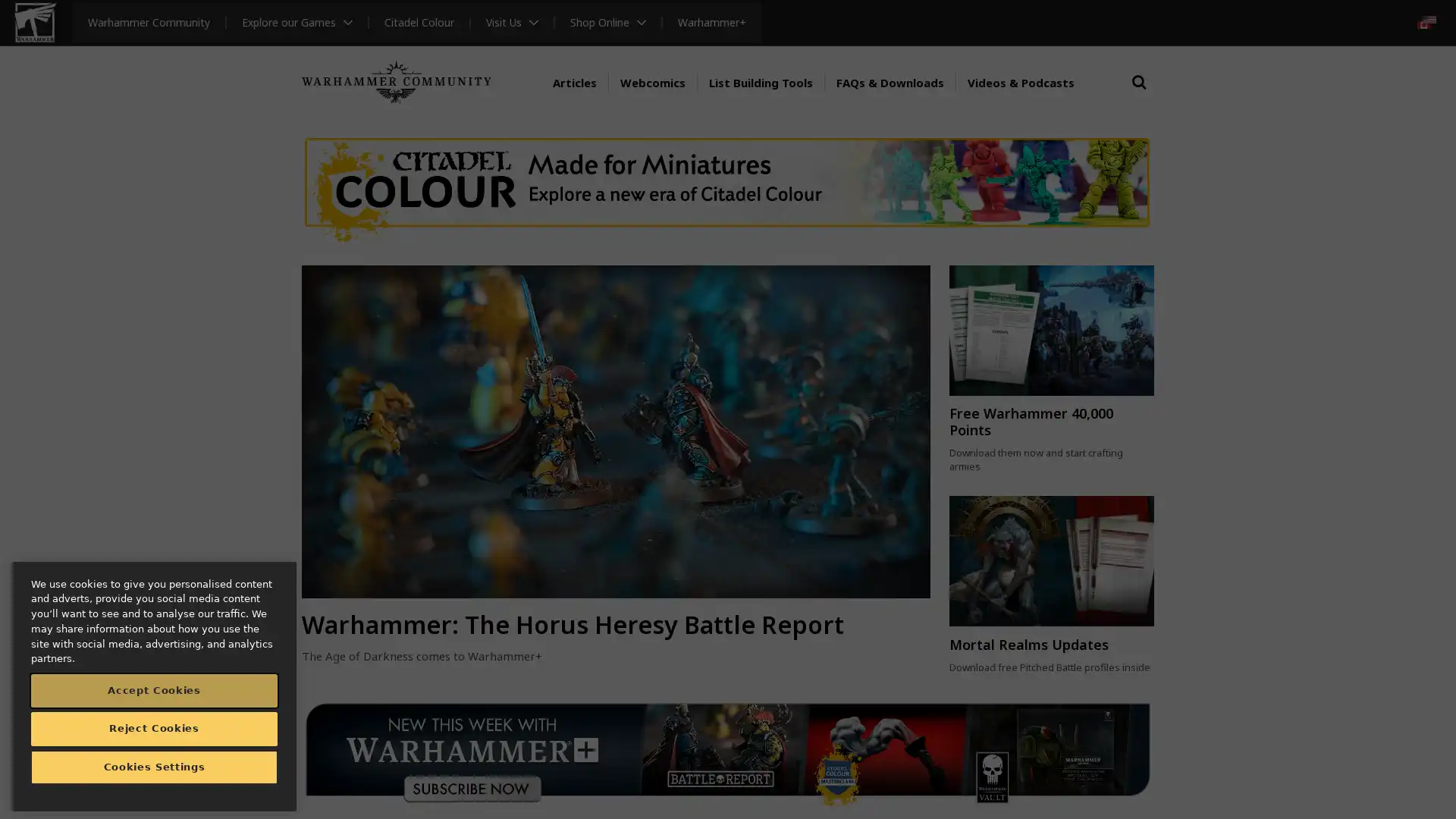  What do you see at coordinates (1139, 96) in the screenshot?
I see `Search` at bounding box center [1139, 96].